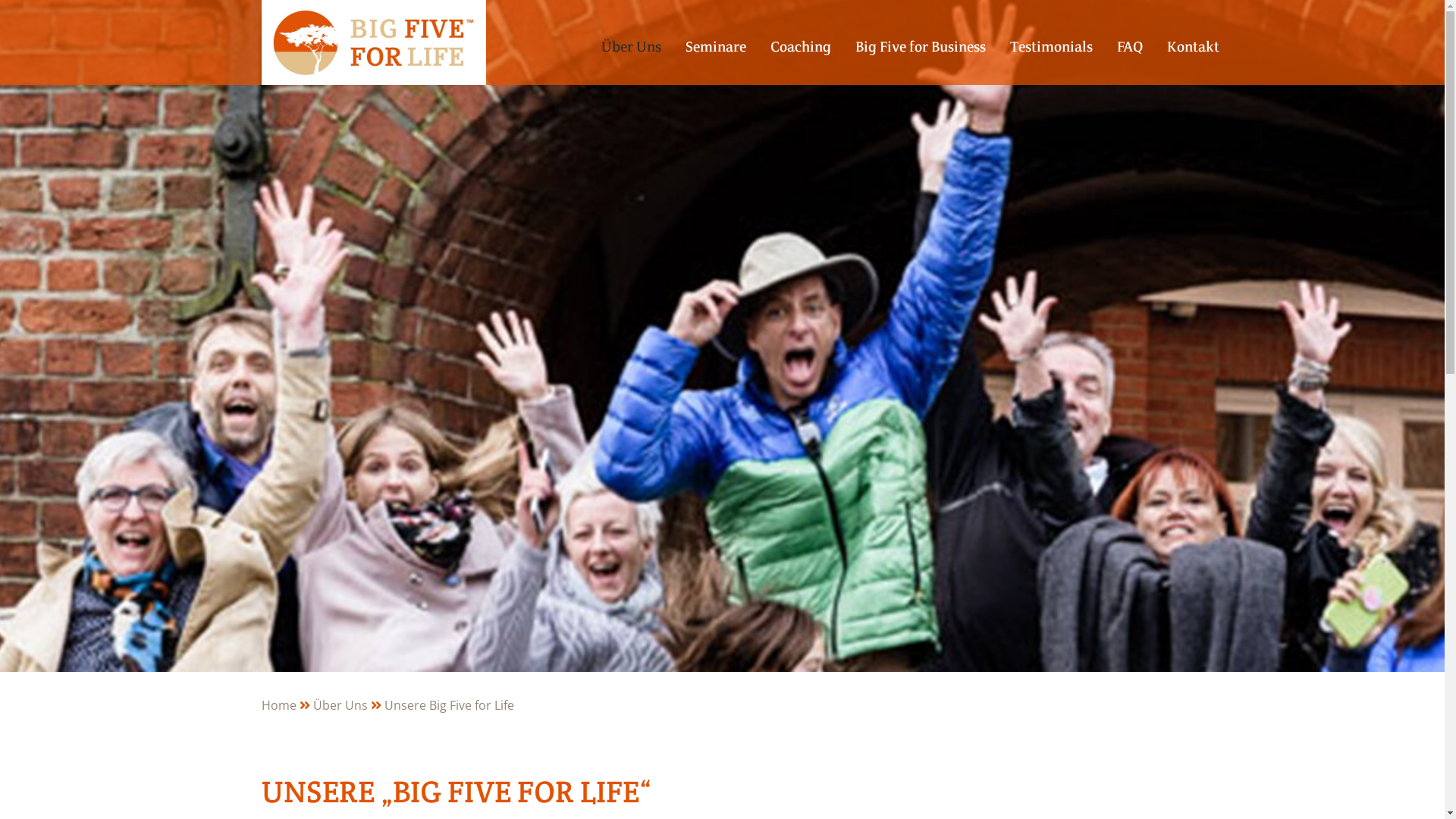 The height and width of the screenshot is (819, 1456). Describe the element at coordinates (287, 704) in the screenshot. I see `'Home'` at that location.